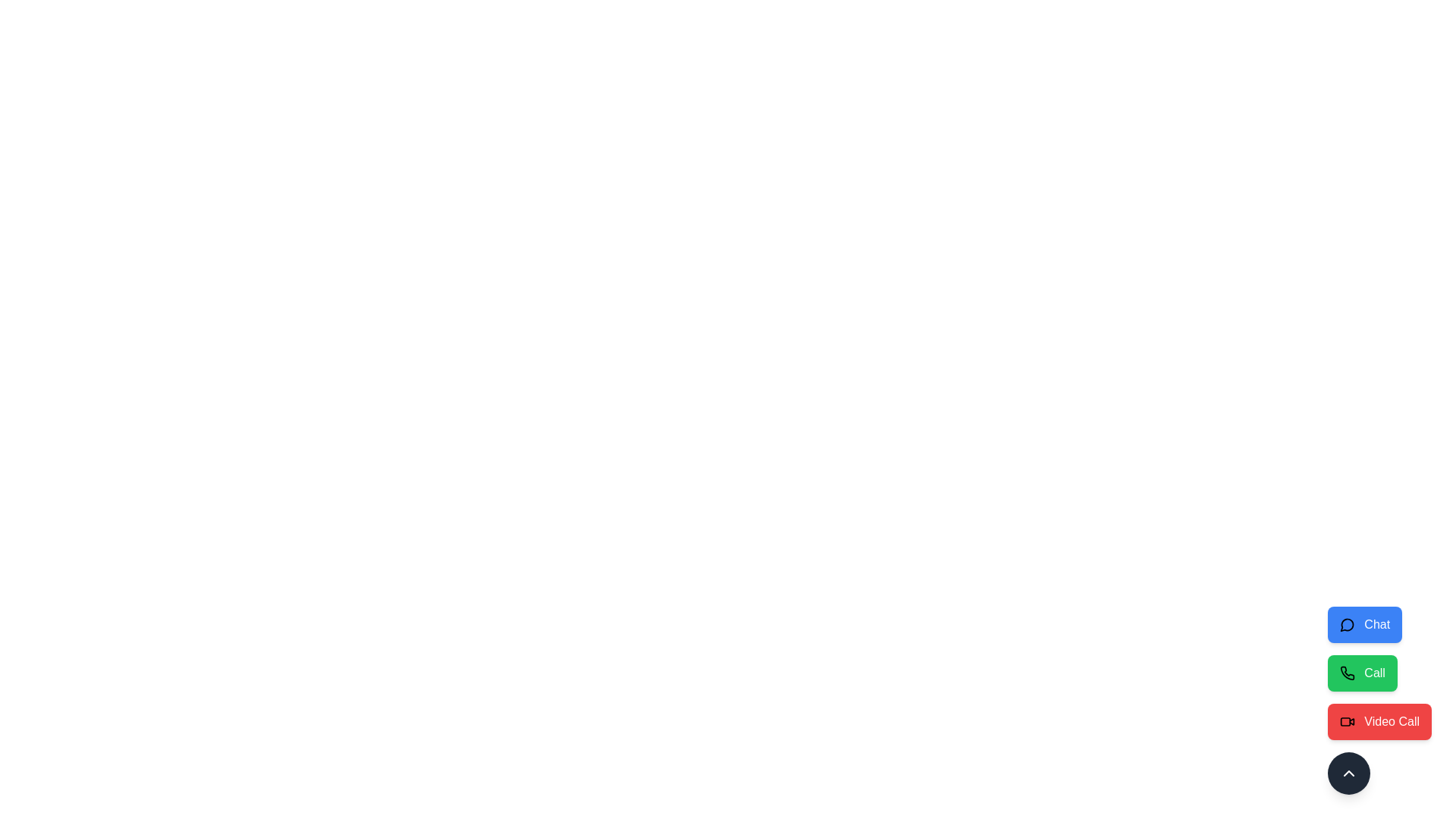 The width and height of the screenshot is (1456, 819). What do you see at coordinates (1365, 625) in the screenshot?
I see `the 'Chat' button to initiate a chat` at bounding box center [1365, 625].